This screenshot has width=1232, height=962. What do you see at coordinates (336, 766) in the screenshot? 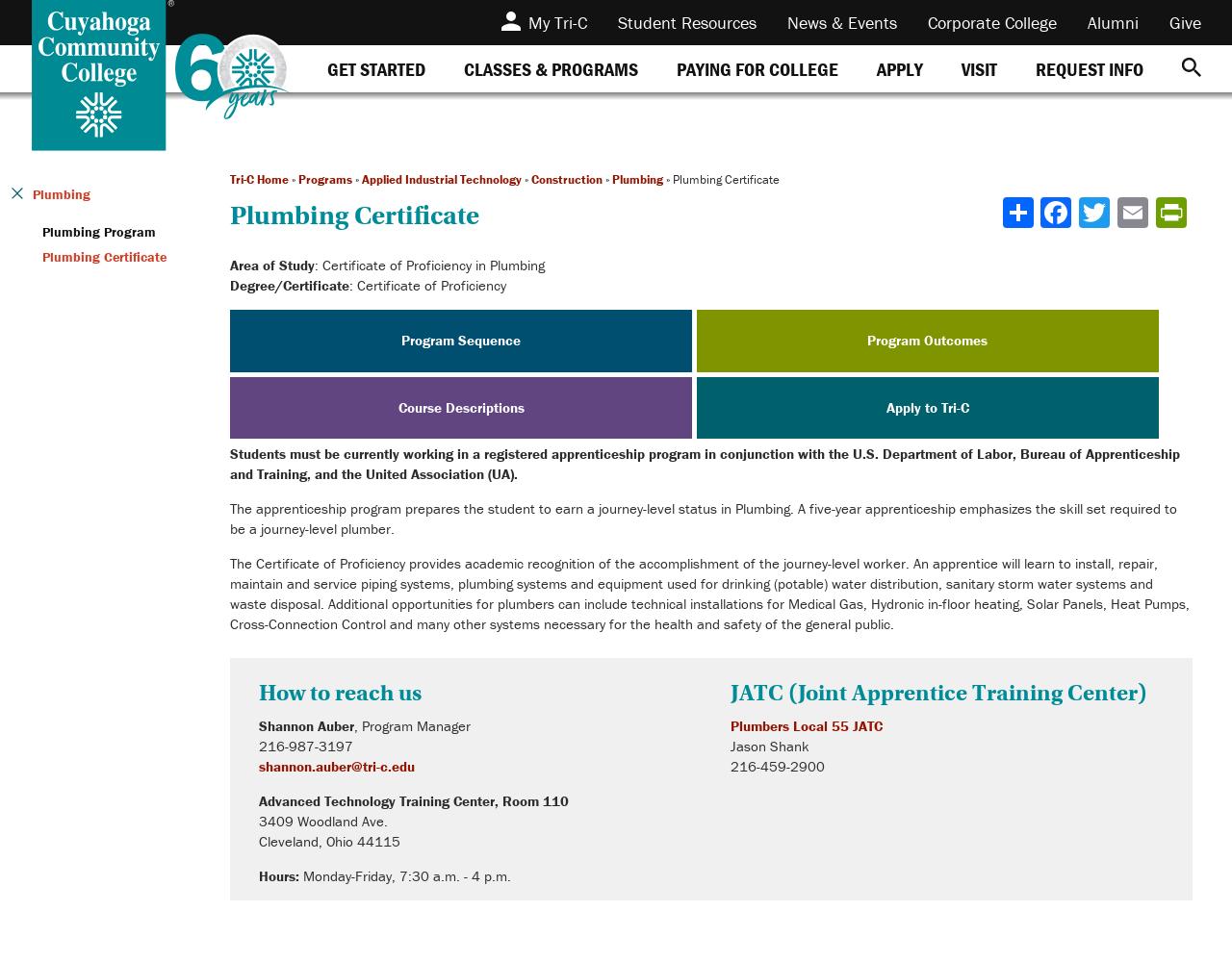
I see `'shannon.auber@tri-c.edu'` at bounding box center [336, 766].